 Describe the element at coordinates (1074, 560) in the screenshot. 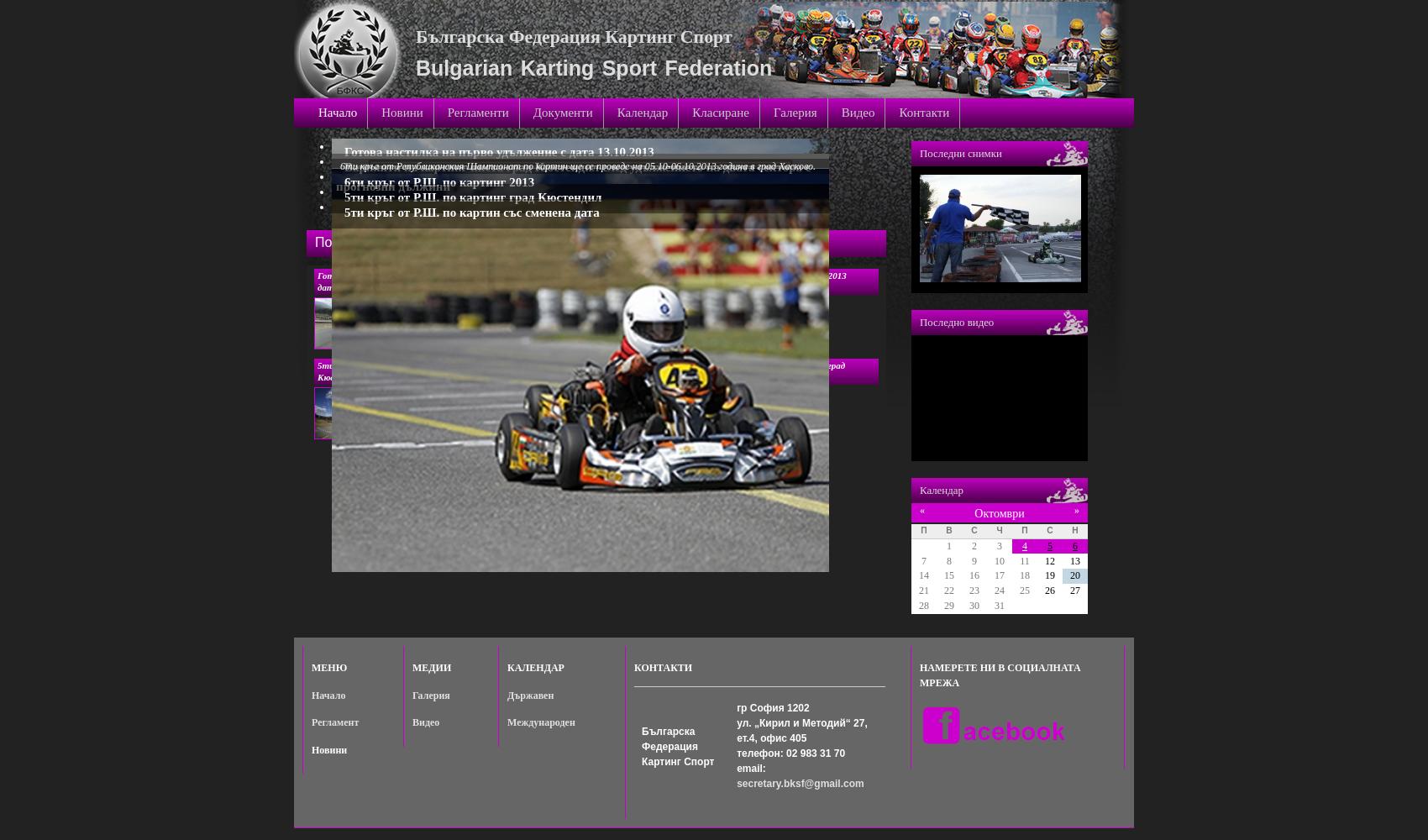

I see `'13'` at that location.